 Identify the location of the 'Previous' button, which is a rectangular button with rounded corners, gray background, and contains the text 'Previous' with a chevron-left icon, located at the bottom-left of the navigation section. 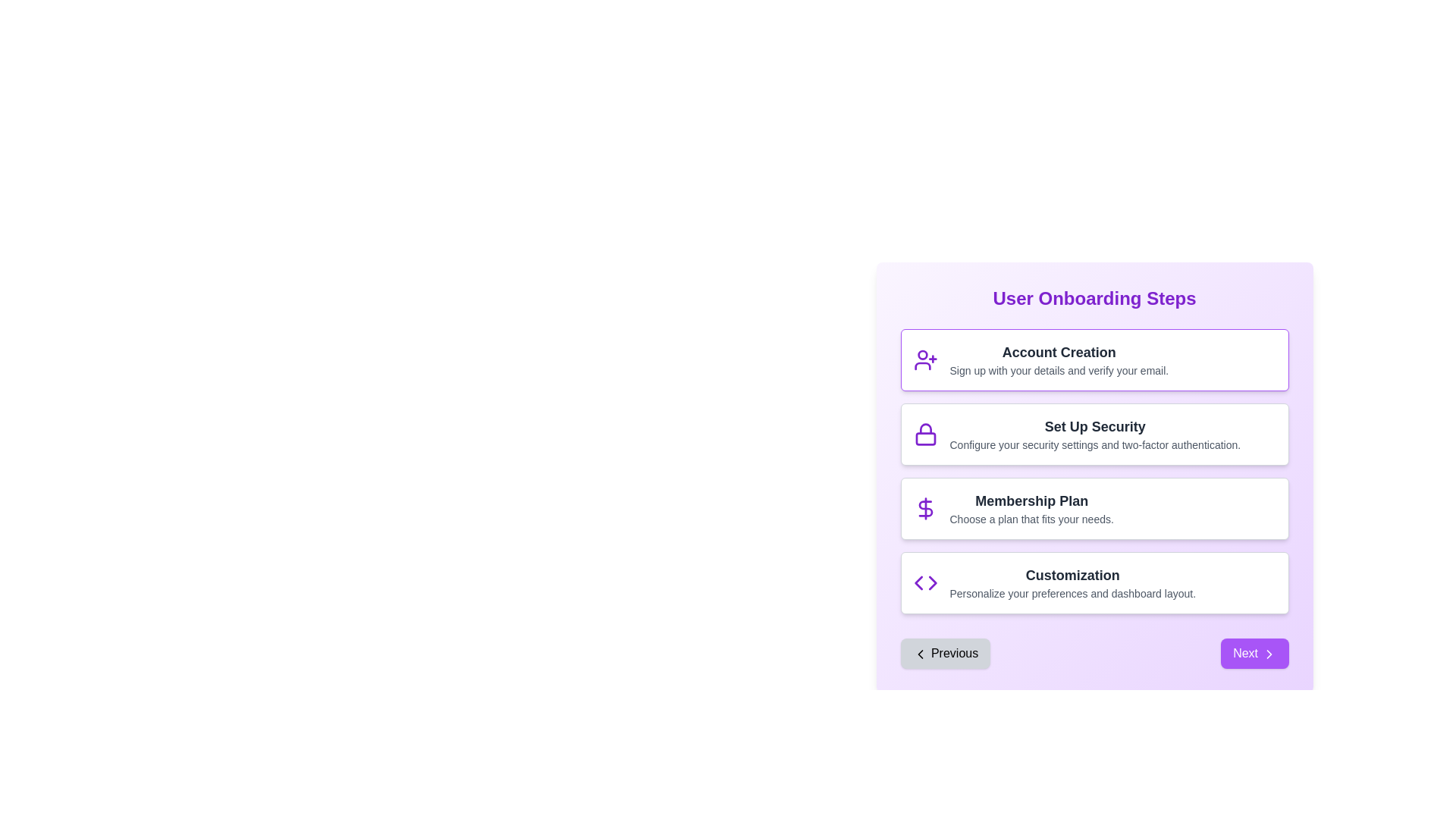
(944, 652).